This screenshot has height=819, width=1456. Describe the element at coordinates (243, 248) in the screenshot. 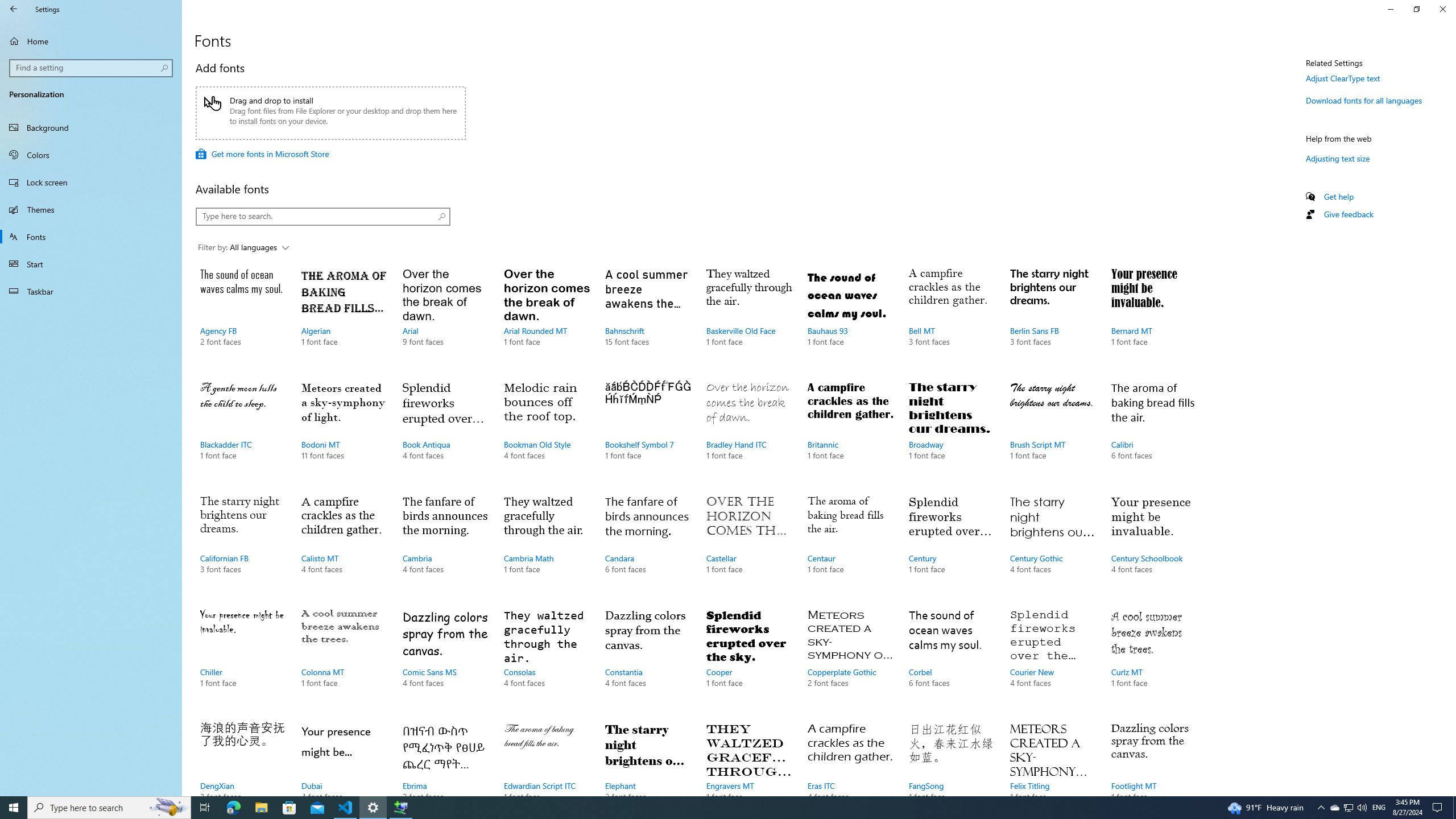

I see `'Filter by: All languages'` at that location.